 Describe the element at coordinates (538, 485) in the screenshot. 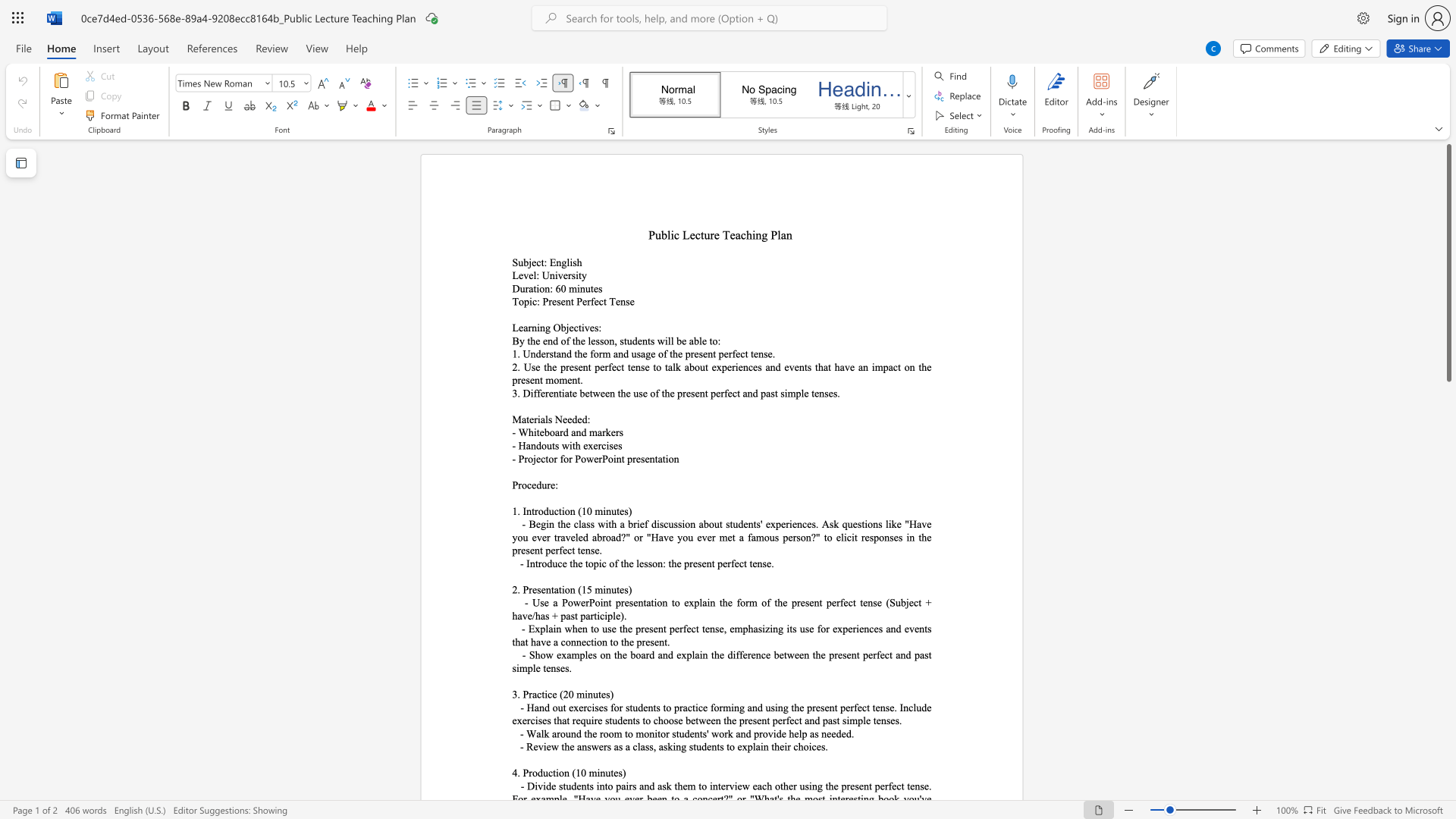

I see `the 1th character "d" in the text` at that location.